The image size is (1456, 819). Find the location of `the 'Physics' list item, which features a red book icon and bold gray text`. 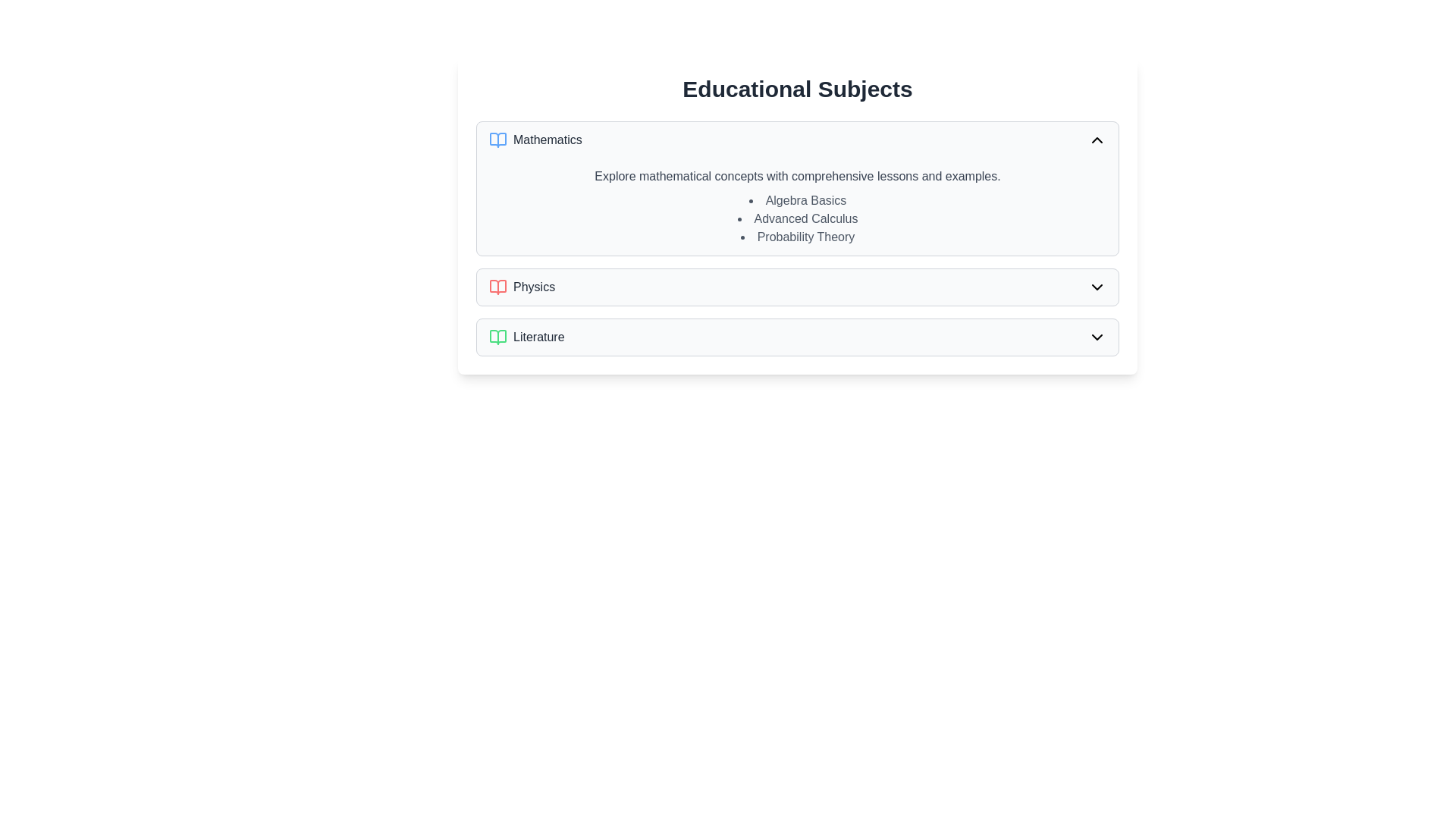

the 'Physics' list item, which features a red book icon and bold gray text is located at coordinates (522, 287).